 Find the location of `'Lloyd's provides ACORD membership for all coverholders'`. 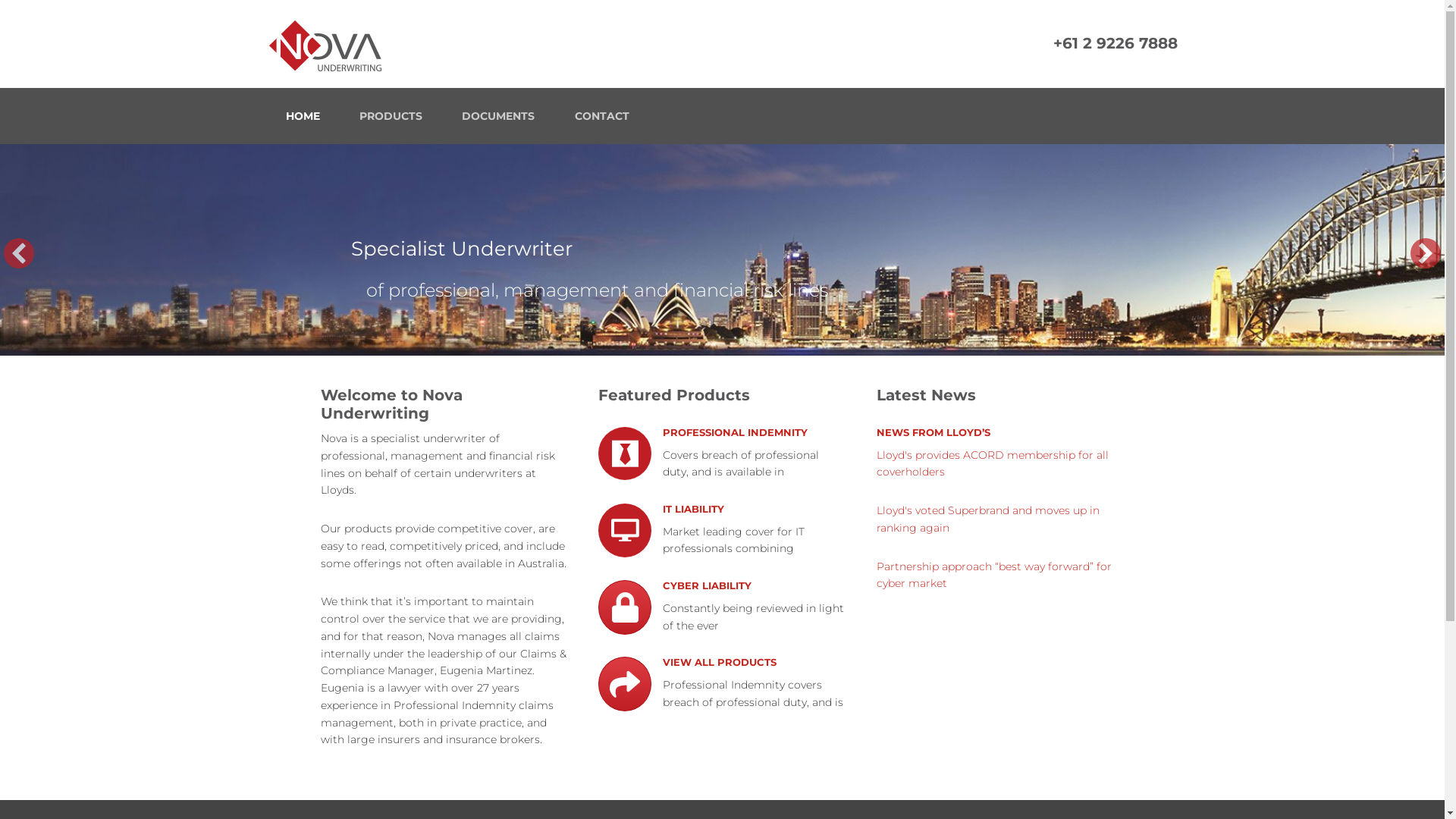

'Lloyd's provides ACORD membership for all coverholders' is located at coordinates (993, 463).